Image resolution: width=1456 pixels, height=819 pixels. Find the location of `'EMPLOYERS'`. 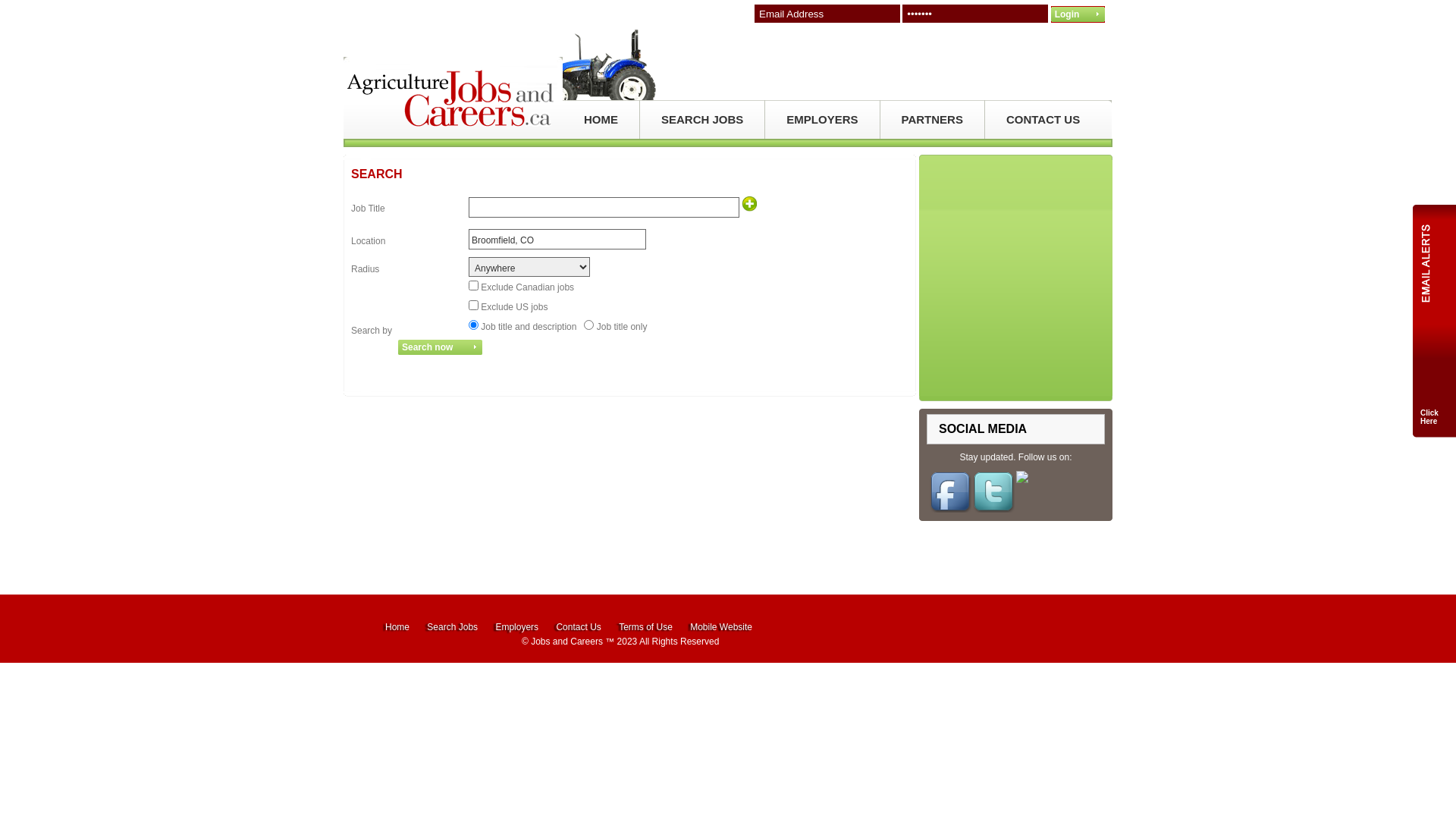

'EMPLOYERS' is located at coordinates (764, 118).